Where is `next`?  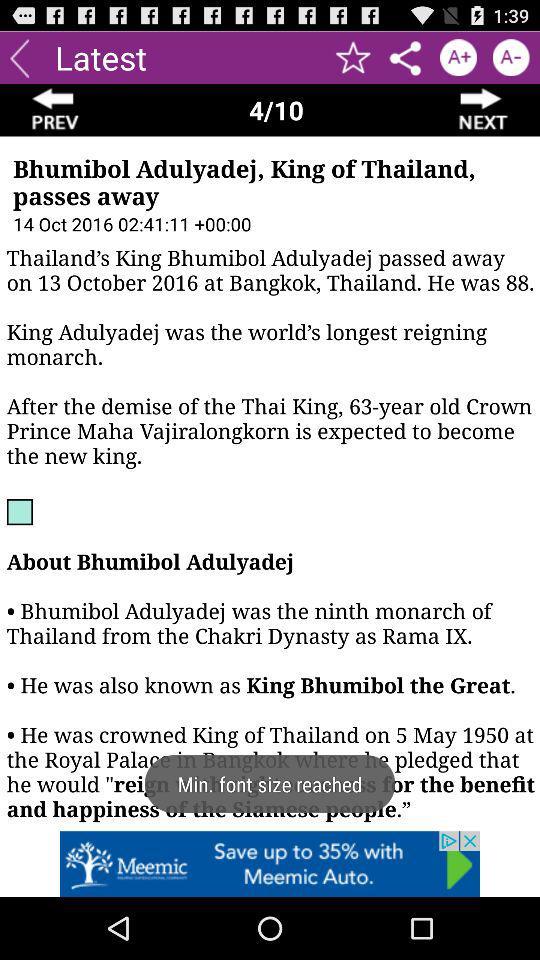
next is located at coordinates (483, 110).